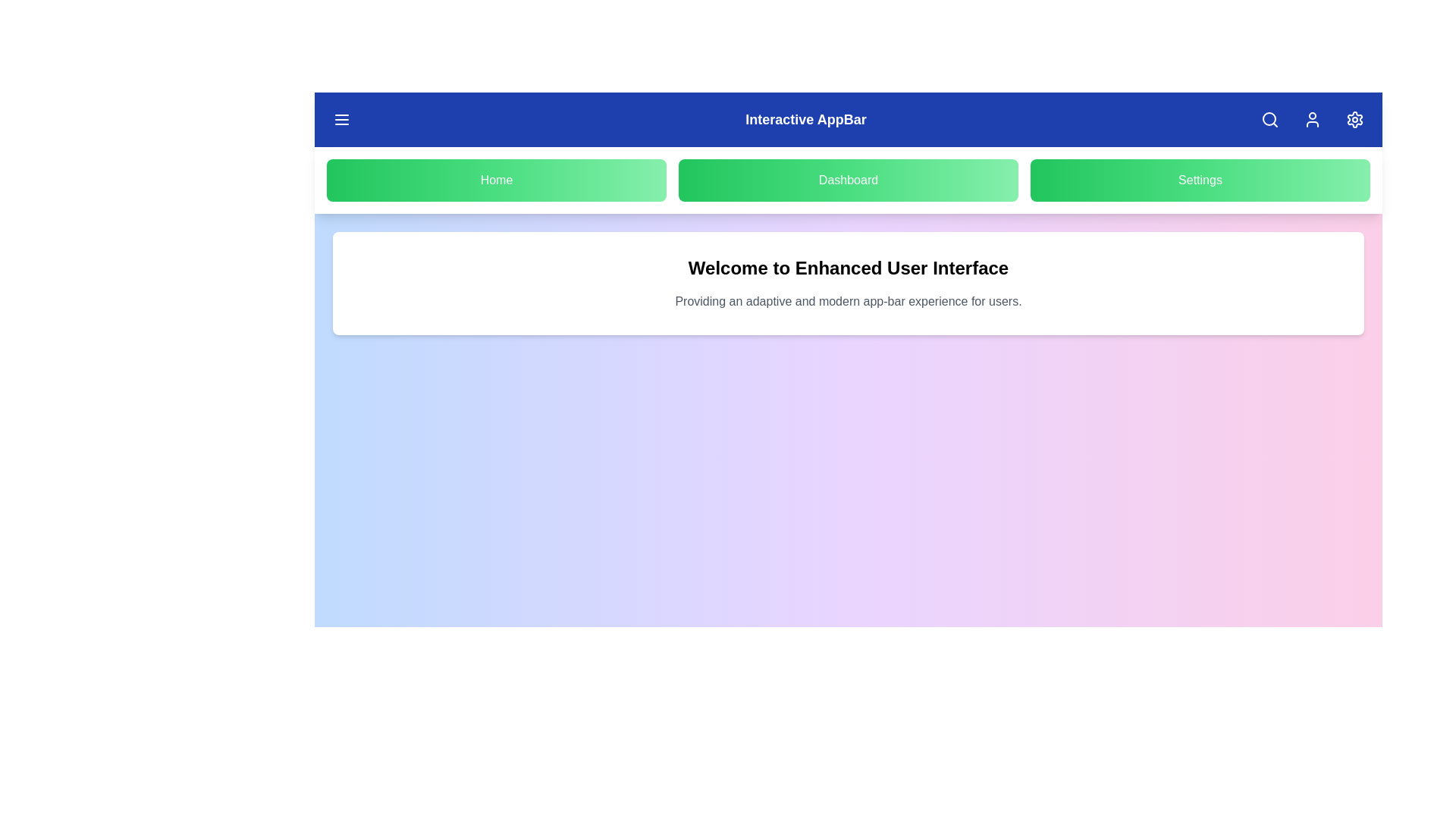  Describe the element at coordinates (847, 284) in the screenshot. I see `the main content area to select the text` at that location.